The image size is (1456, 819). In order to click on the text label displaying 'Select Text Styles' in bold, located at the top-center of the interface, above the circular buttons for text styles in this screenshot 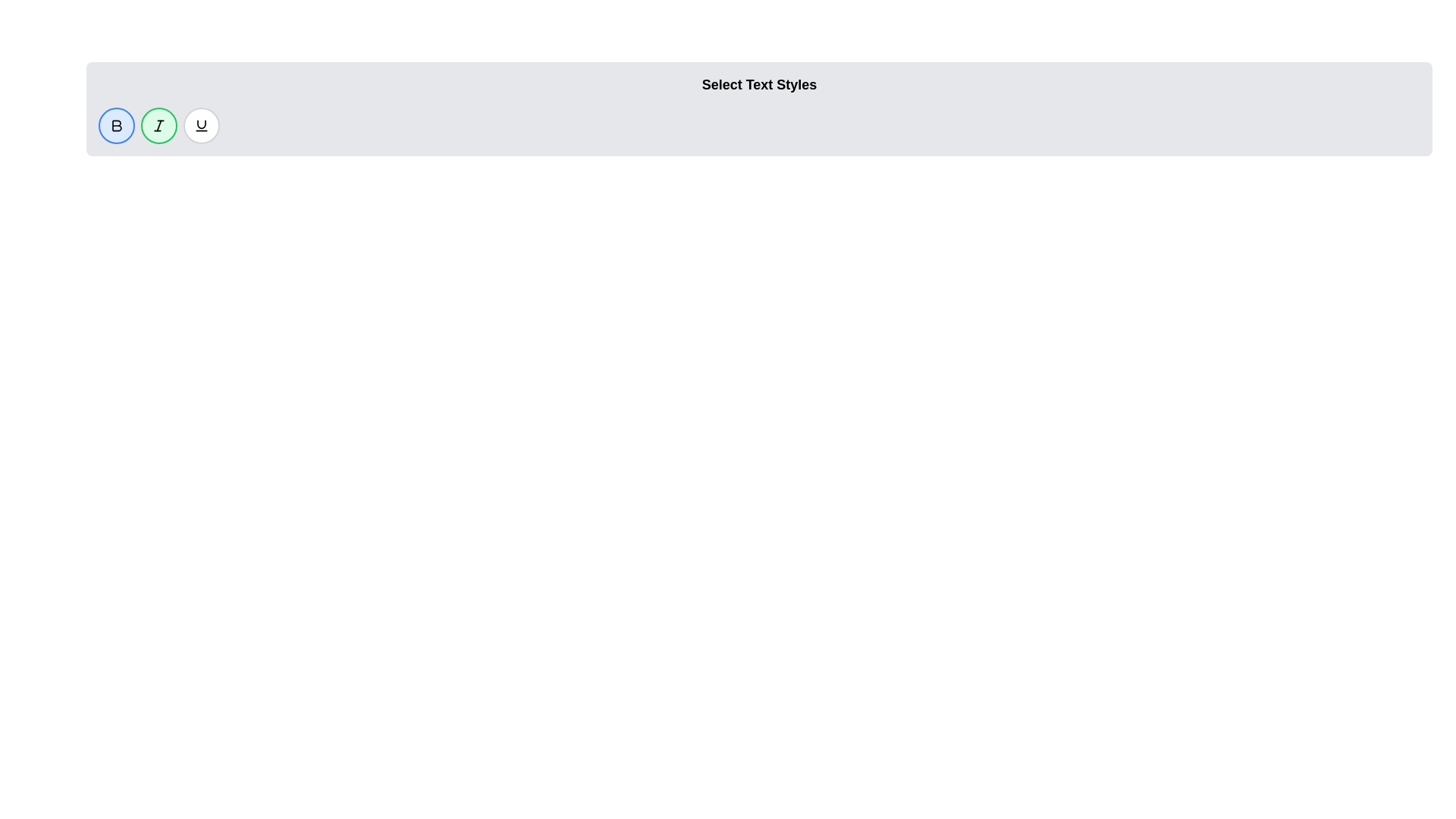, I will do `click(759, 84)`.